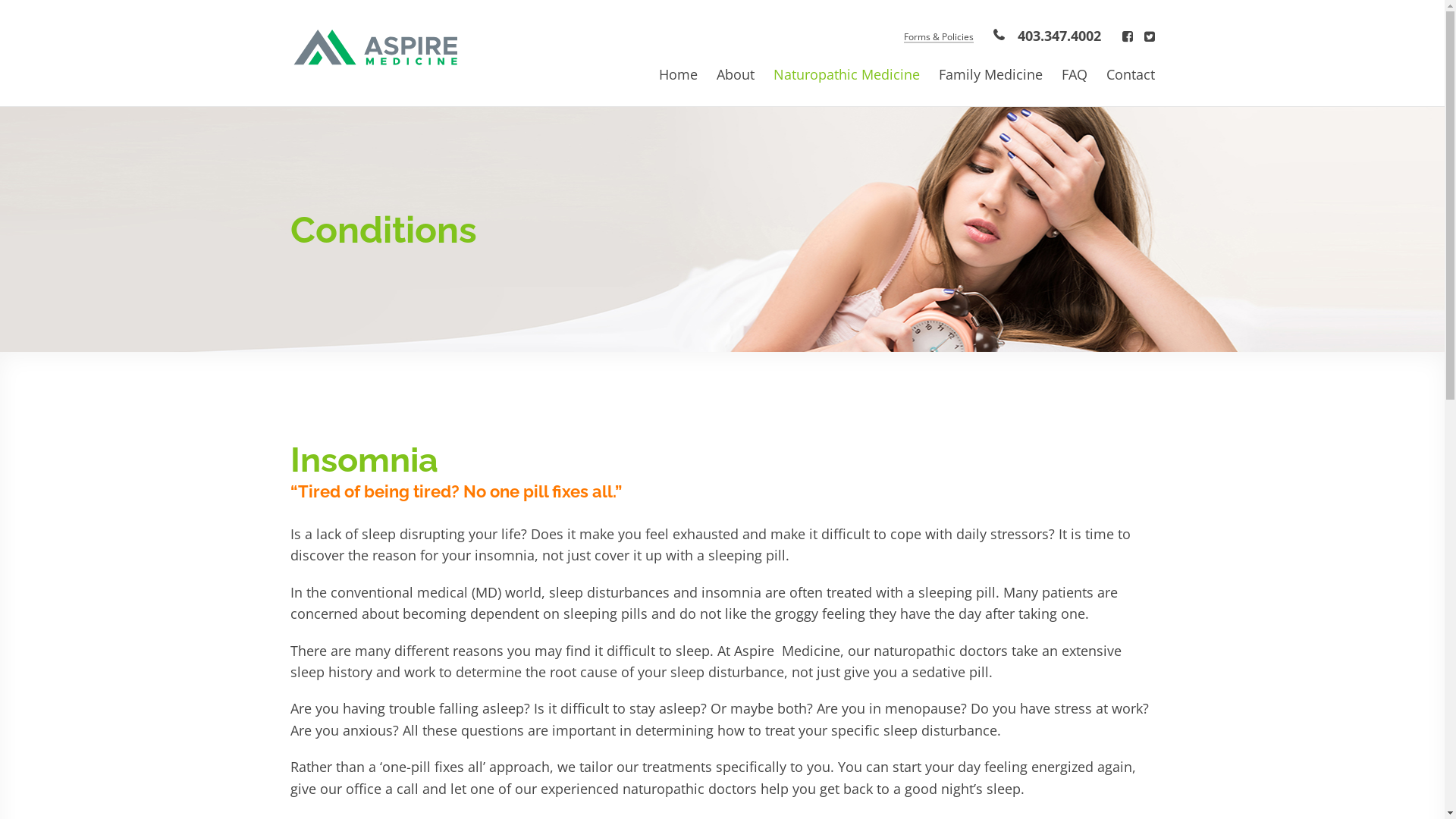 This screenshot has height=819, width=1456. I want to click on 'Home', so click(658, 74).